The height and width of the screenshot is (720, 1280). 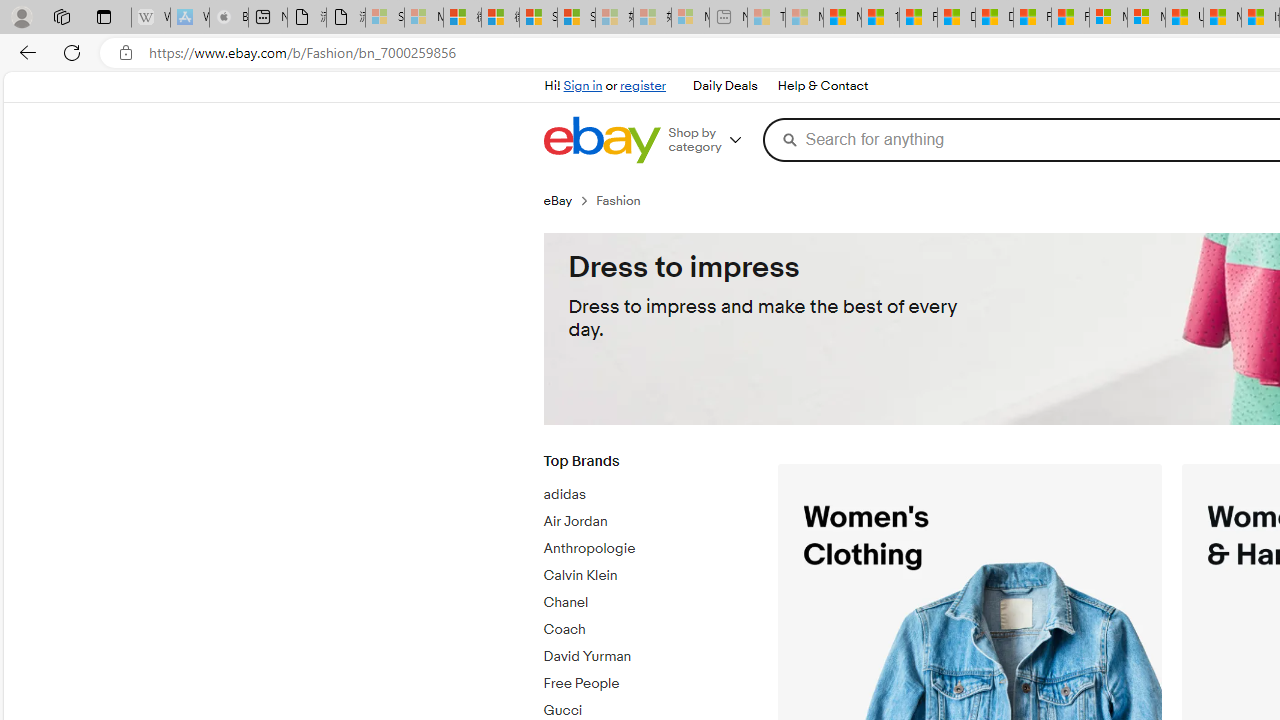 I want to click on 'eBay Home', so click(x=600, y=139).